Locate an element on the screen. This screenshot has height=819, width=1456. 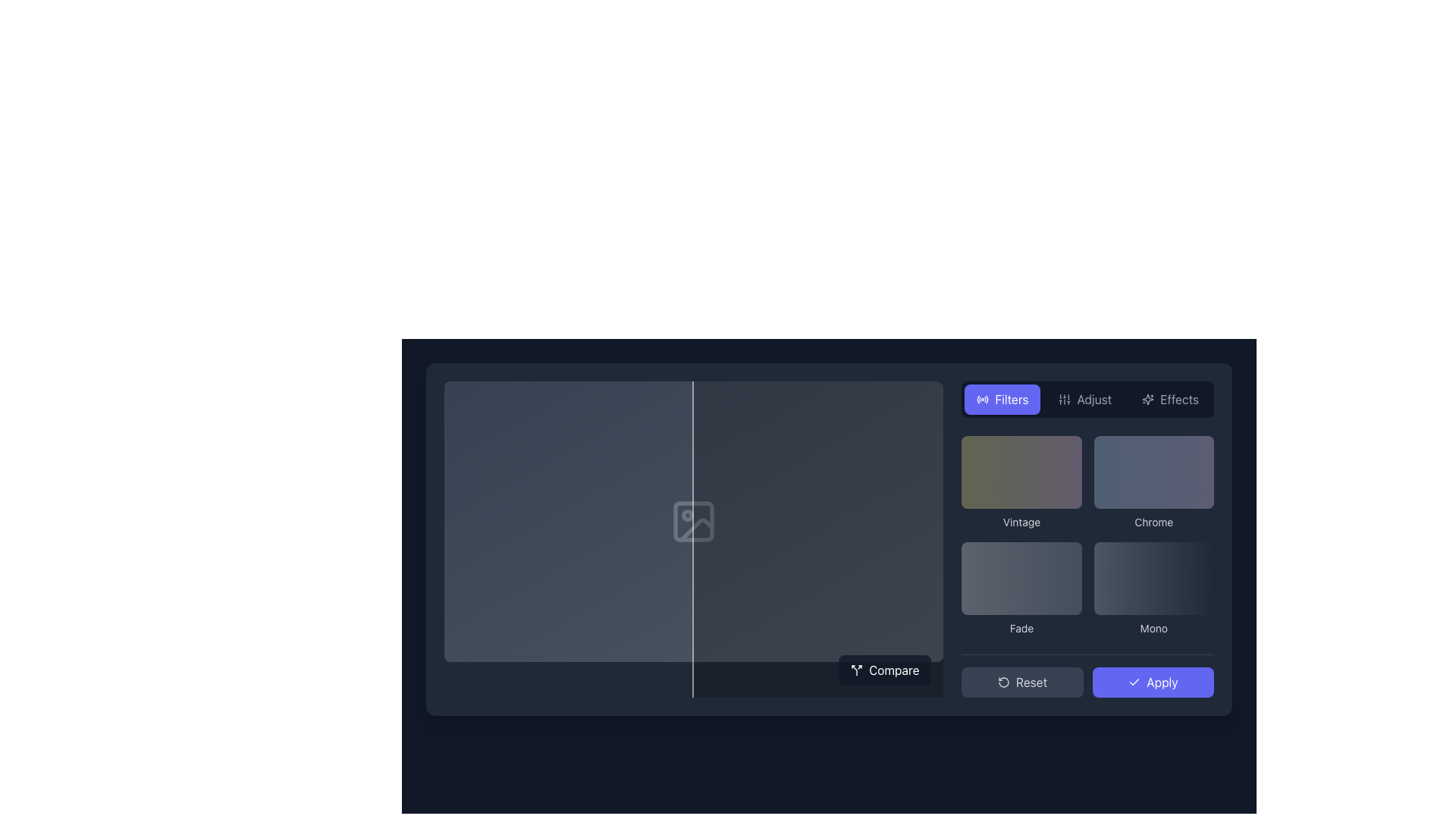
the 'Mono' button, which has a dark gradient background and is positioned in the bottom-right cell of the grid layout is located at coordinates (1153, 588).